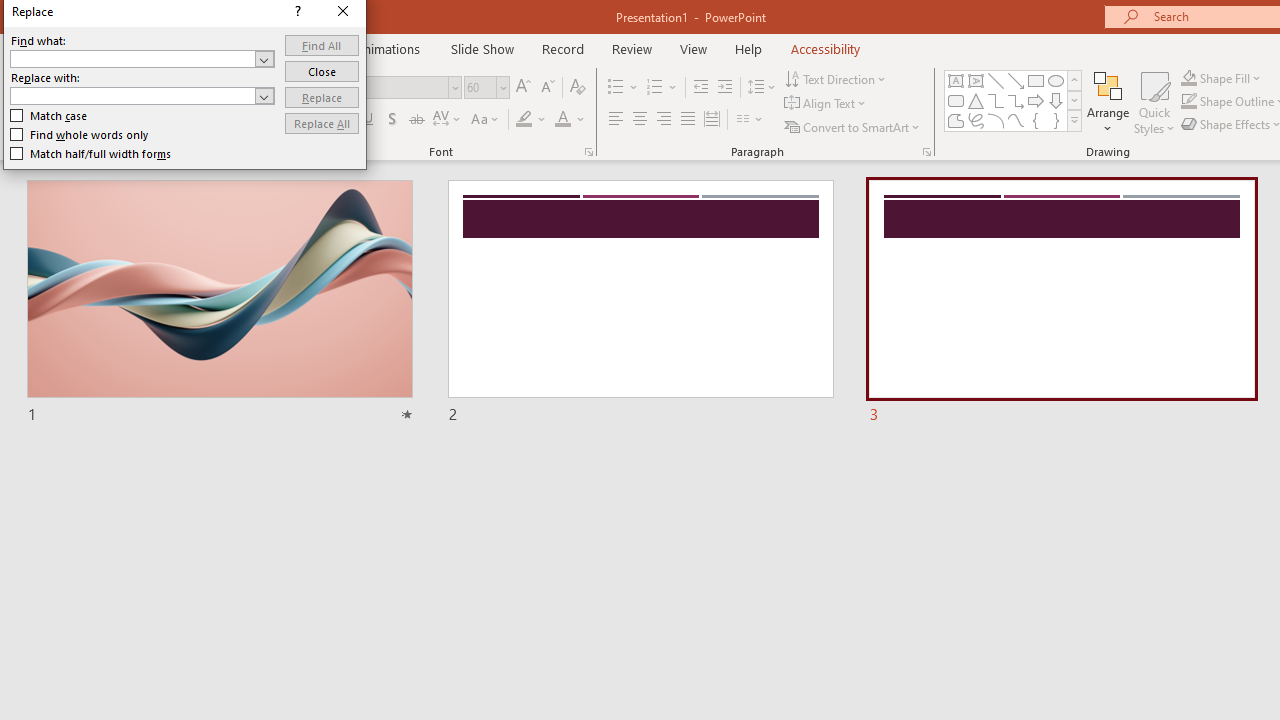  Describe the element at coordinates (749, 119) in the screenshot. I see `'Columns'` at that location.